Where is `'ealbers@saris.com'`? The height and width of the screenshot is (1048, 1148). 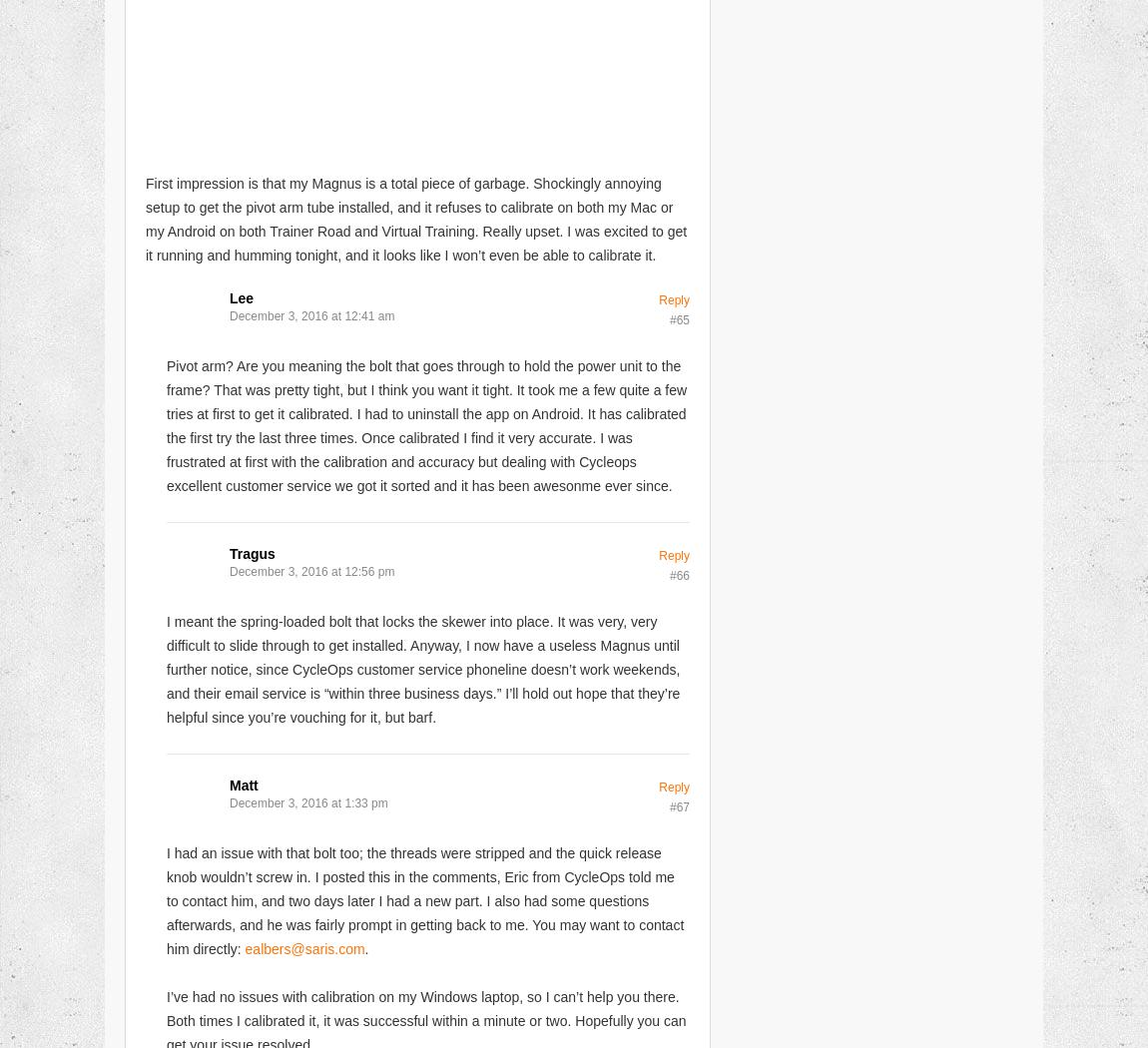
'ealbers@saris.com' is located at coordinates (243, 947).